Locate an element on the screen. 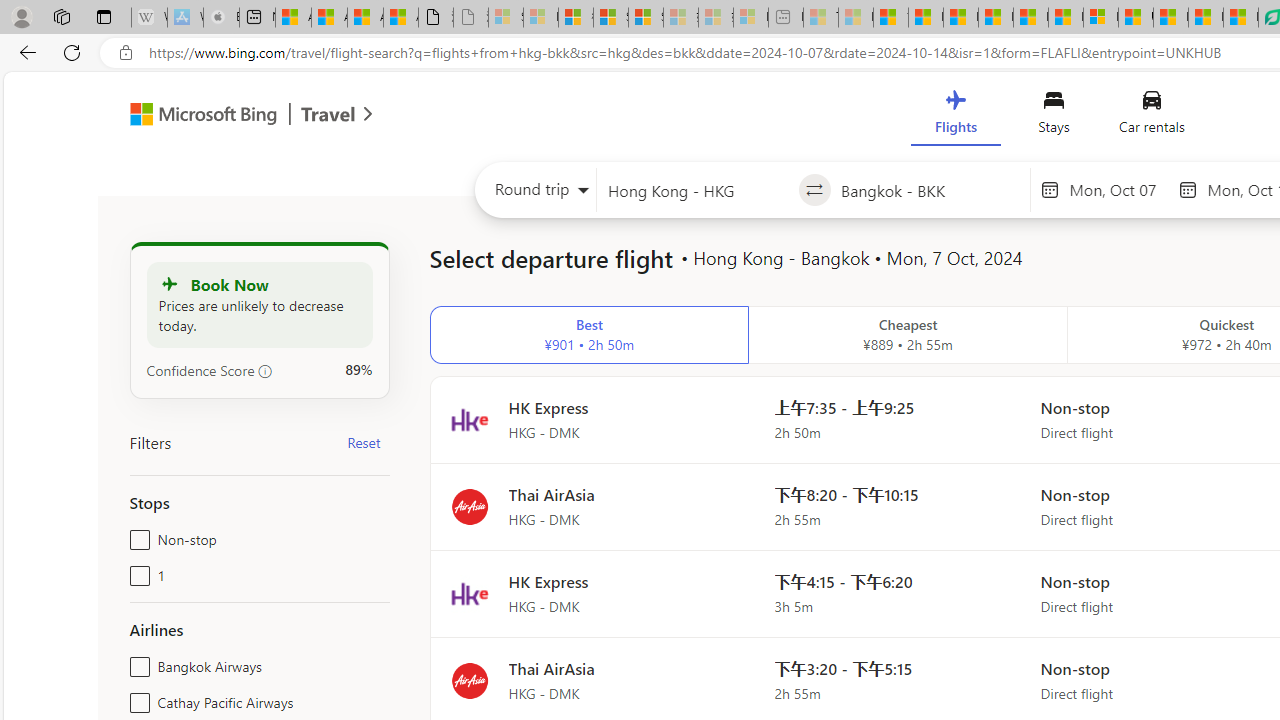  'Swap source and destination' is located at coordinates (814, 190).